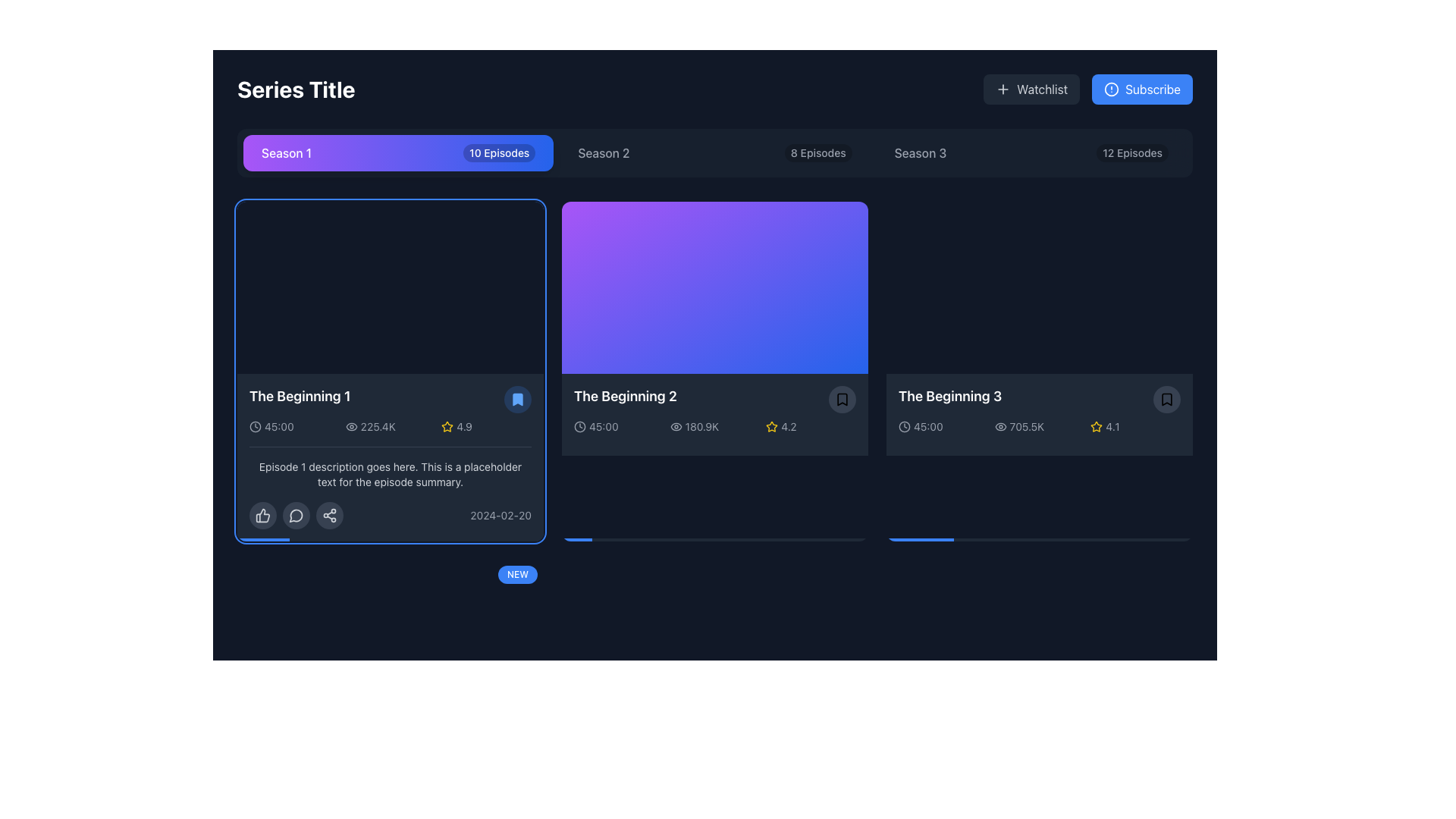  I want to click on the bookmark-shaped icon outlined in white on a dark background, located on the right side of the second card in the carousel, so click(841, 399).